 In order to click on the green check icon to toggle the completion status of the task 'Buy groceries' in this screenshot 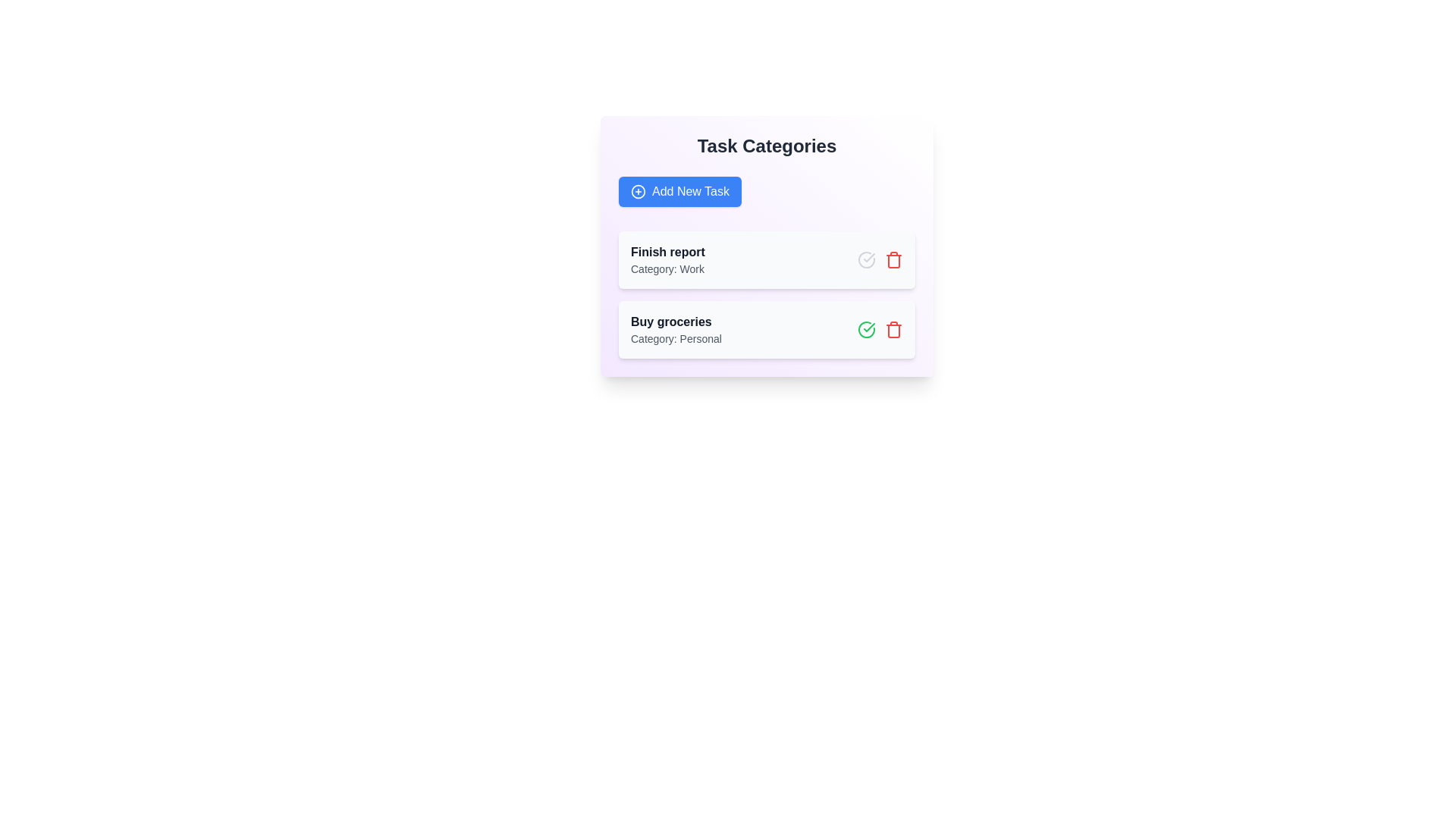, I will do `click(866, 329)`.